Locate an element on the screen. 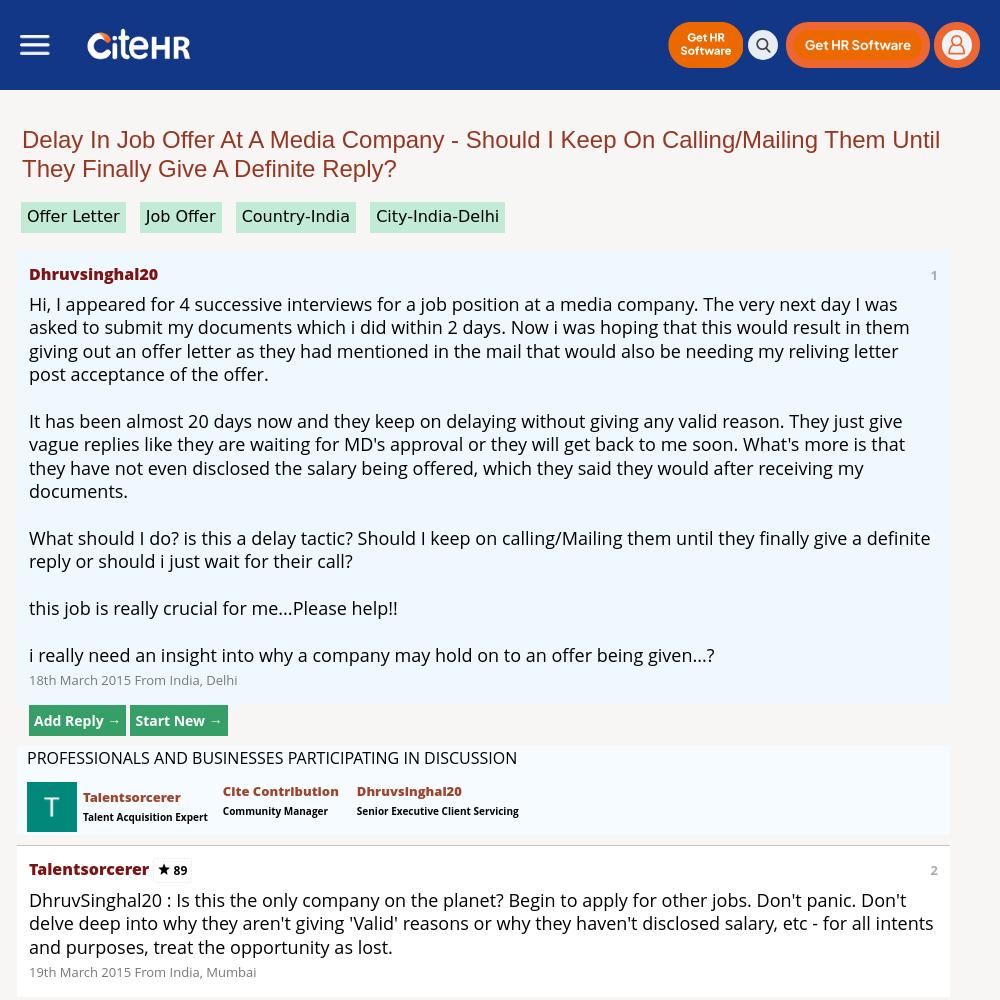 Image resolution: width=1000 pixels, height=1000 pixels. 'PROFESSIONALS AND BUSINESSES PARTICIPATING IN DISCUSSION' is located at coordinates (272, 757).